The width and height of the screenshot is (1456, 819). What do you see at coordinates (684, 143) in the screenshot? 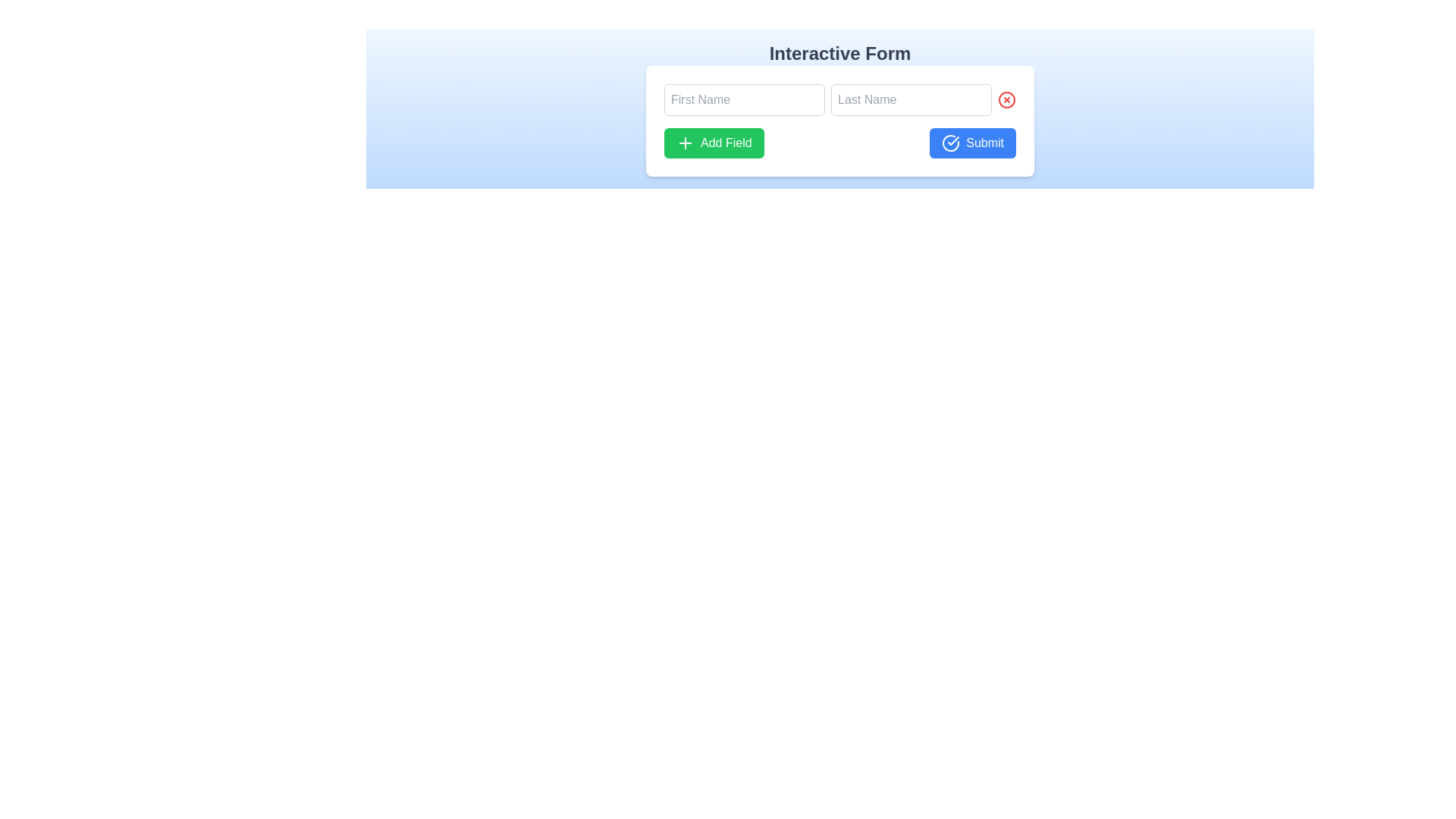
I see `the green button labeled 'Add Field' which contains a white plus sign icon on its left and the text 'Add Field' in white to its right` at bounding box center [684, 143].